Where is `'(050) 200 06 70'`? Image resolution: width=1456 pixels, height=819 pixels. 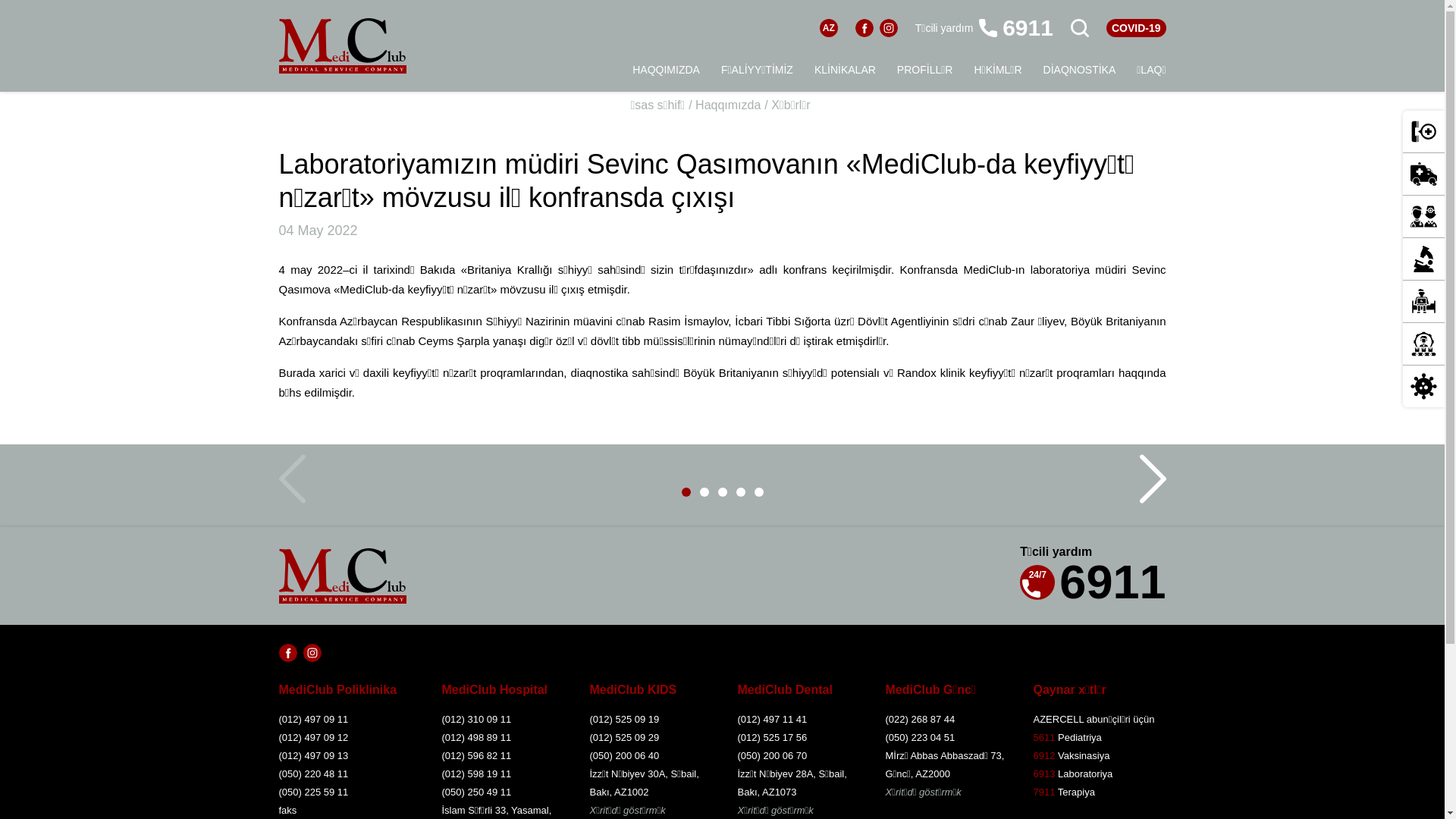
'(050) 200 06 70' is located at coordinates (796, 755).